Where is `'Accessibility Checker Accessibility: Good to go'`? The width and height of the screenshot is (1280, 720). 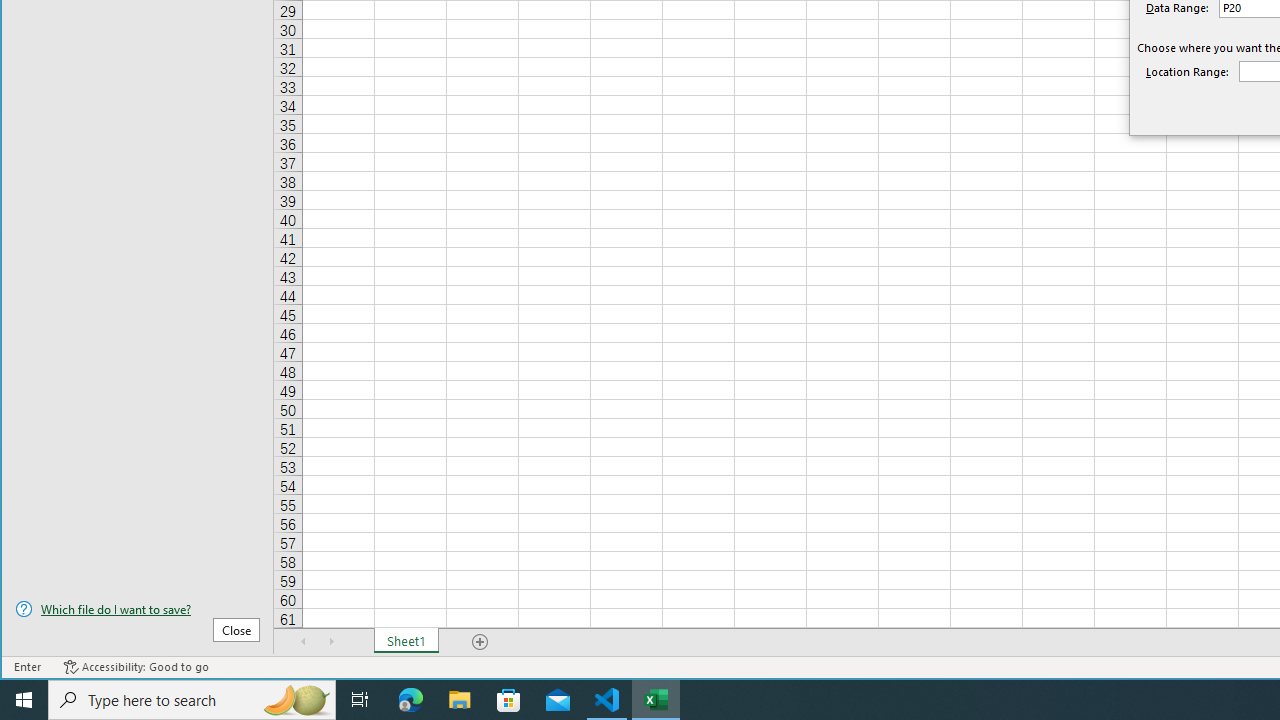
'Accessibility Checker Accessibility: Good to go' is located at coordinates (135, 667).